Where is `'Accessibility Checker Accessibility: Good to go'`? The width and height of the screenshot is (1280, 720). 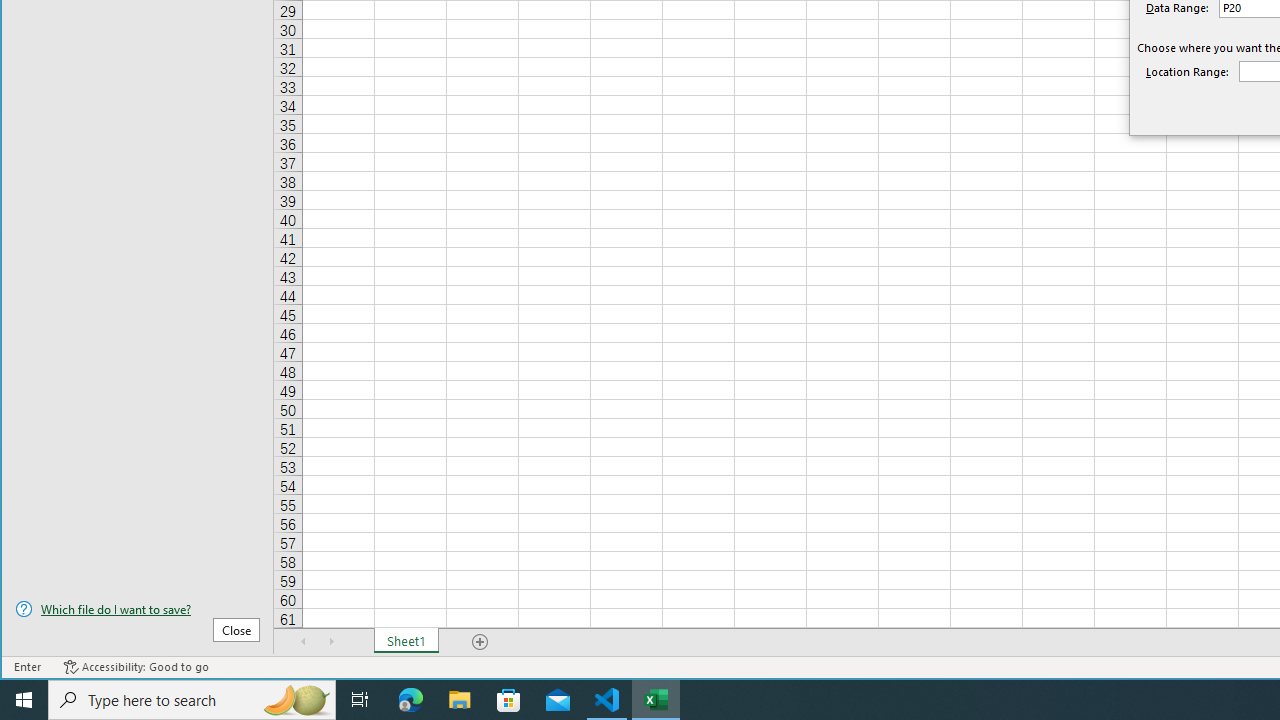
'Accessibility Checker Accessibility: Good to go' is located at coordinates (135, 667).